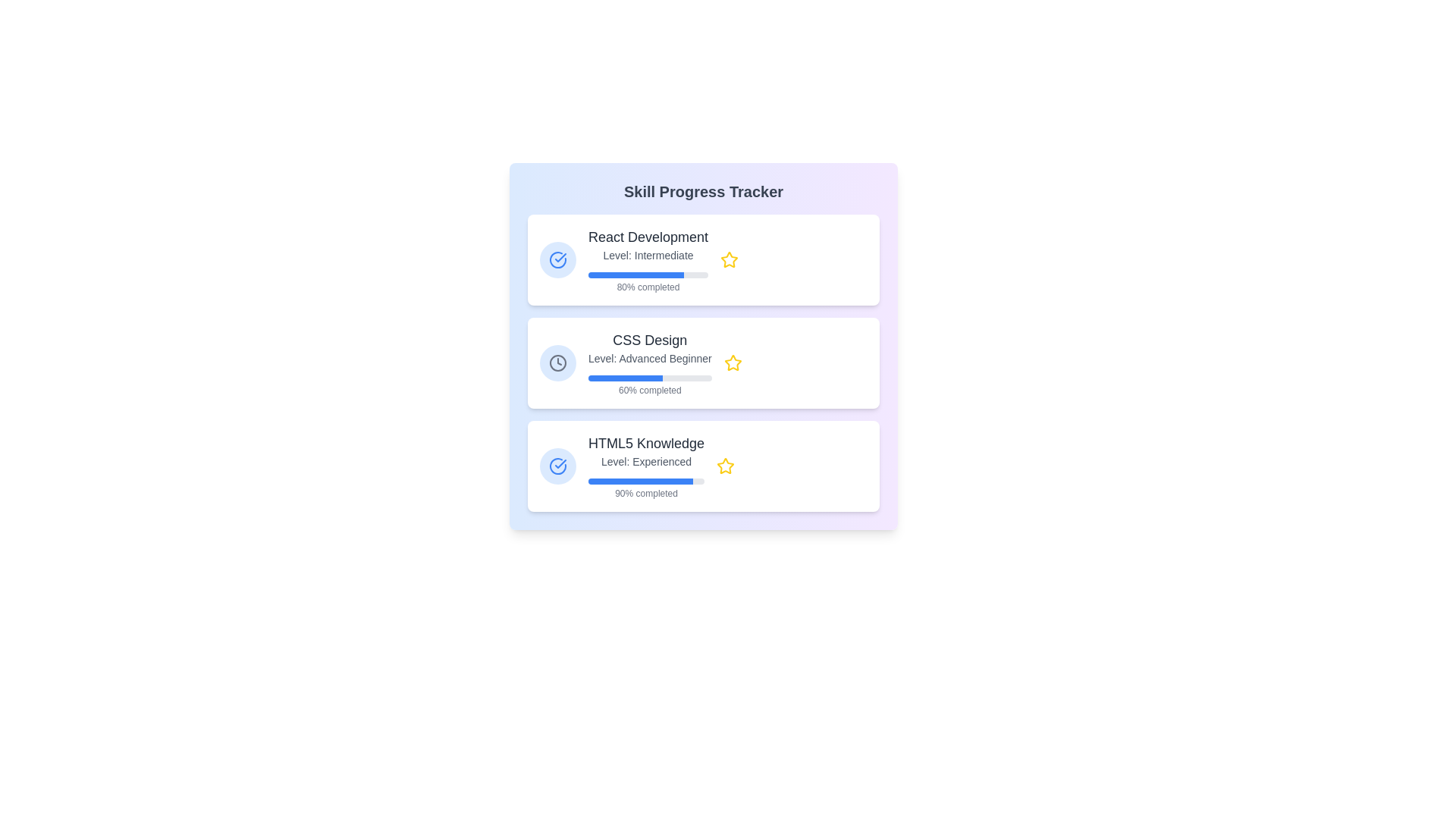 This screenshot has width=1456, height=819. I want to click on the progress indicator (progress bar) located in the 'React Development' card, which visually represents progress with a blue completed portion and a gray remaining section, so click(648, 275).